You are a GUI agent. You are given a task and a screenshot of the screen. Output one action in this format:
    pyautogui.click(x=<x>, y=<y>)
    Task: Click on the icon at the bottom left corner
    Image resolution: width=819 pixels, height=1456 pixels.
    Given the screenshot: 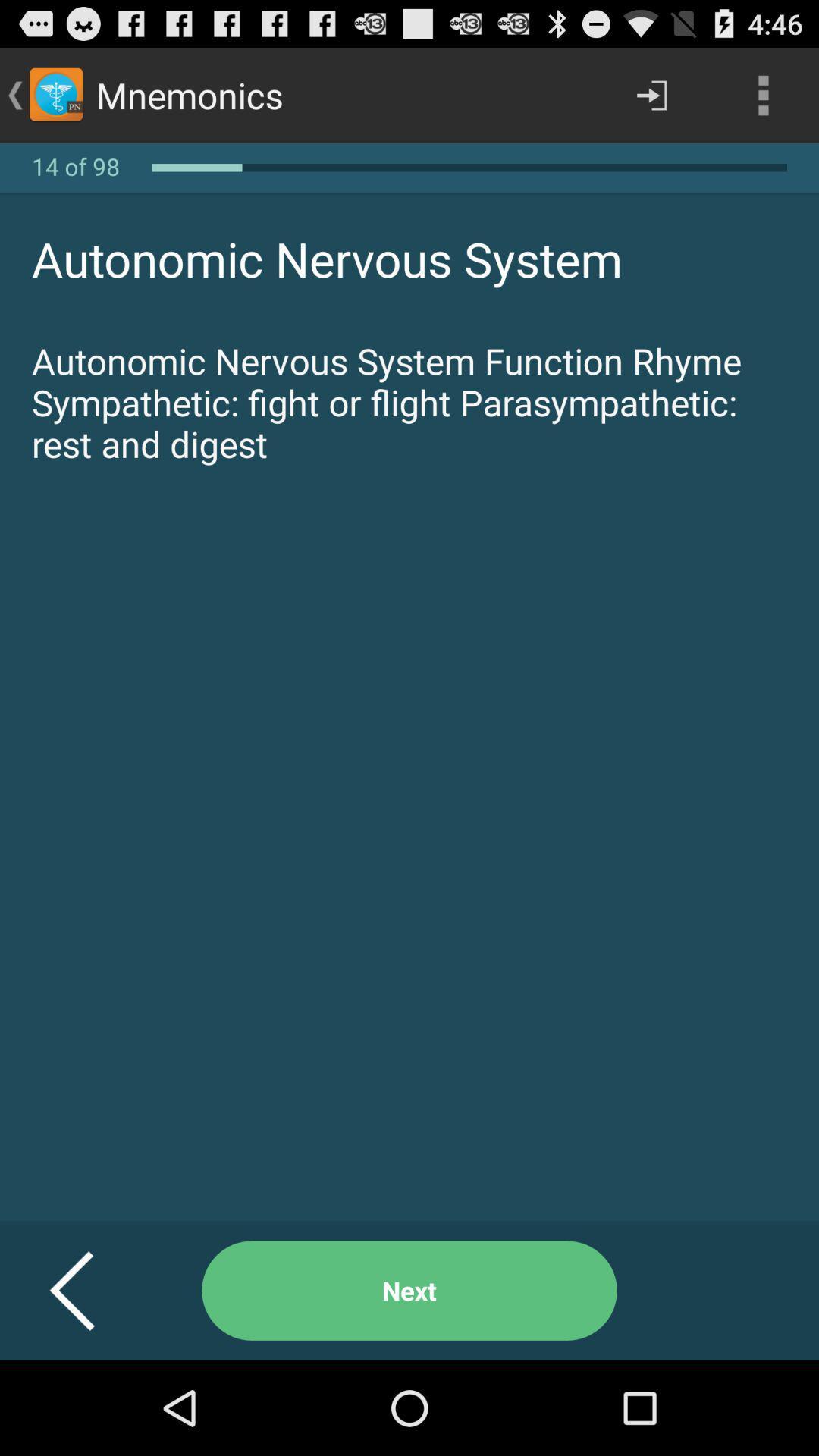 What is the action you would take?
    pyautogui.click(x=90, y=1290)
    